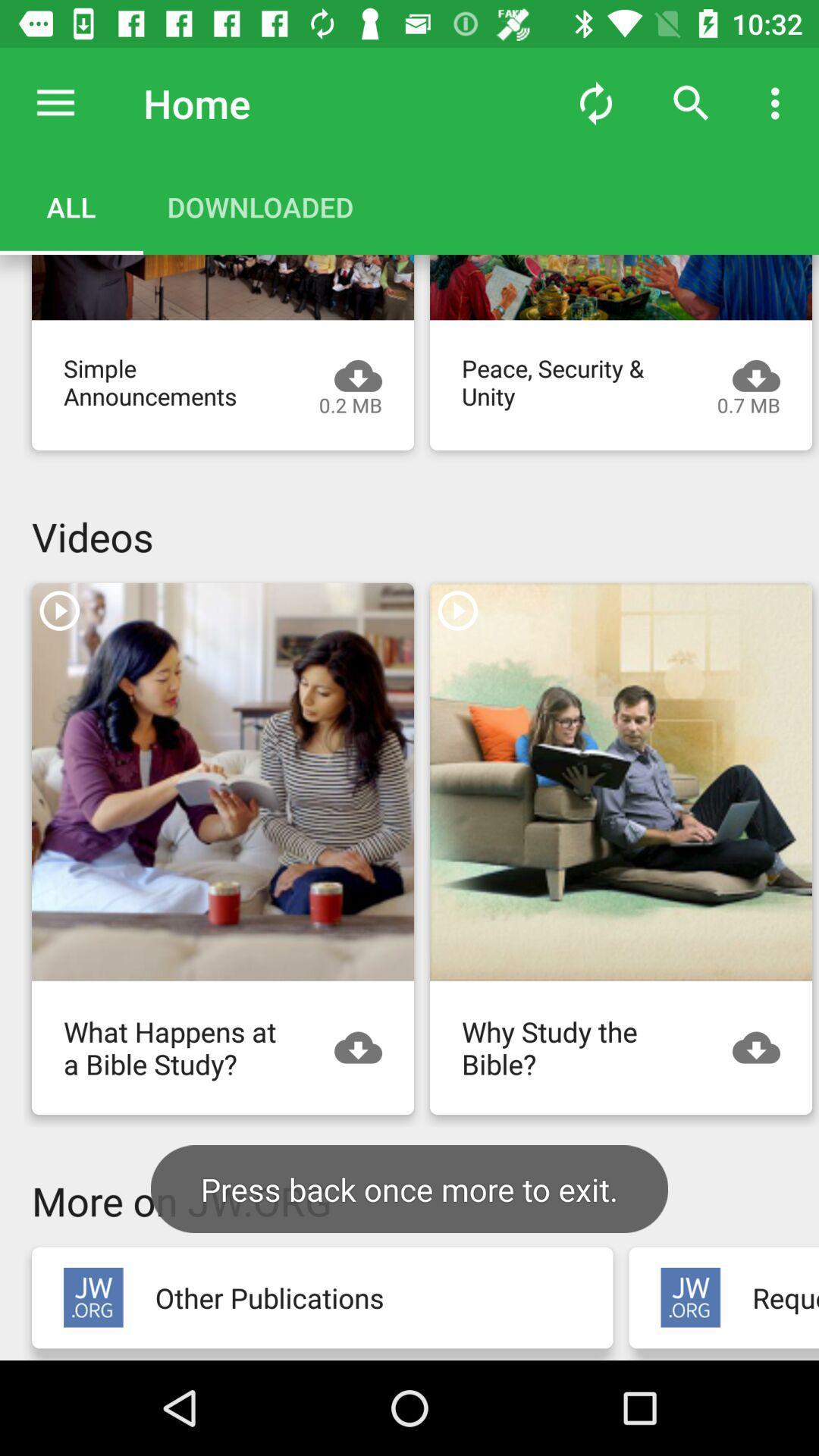 The height and width of the screenshot is (1456, 819). What do you see at coordinates (764, 1046) in the screenshot?
I see `download` at bounding box center [764, 1046].